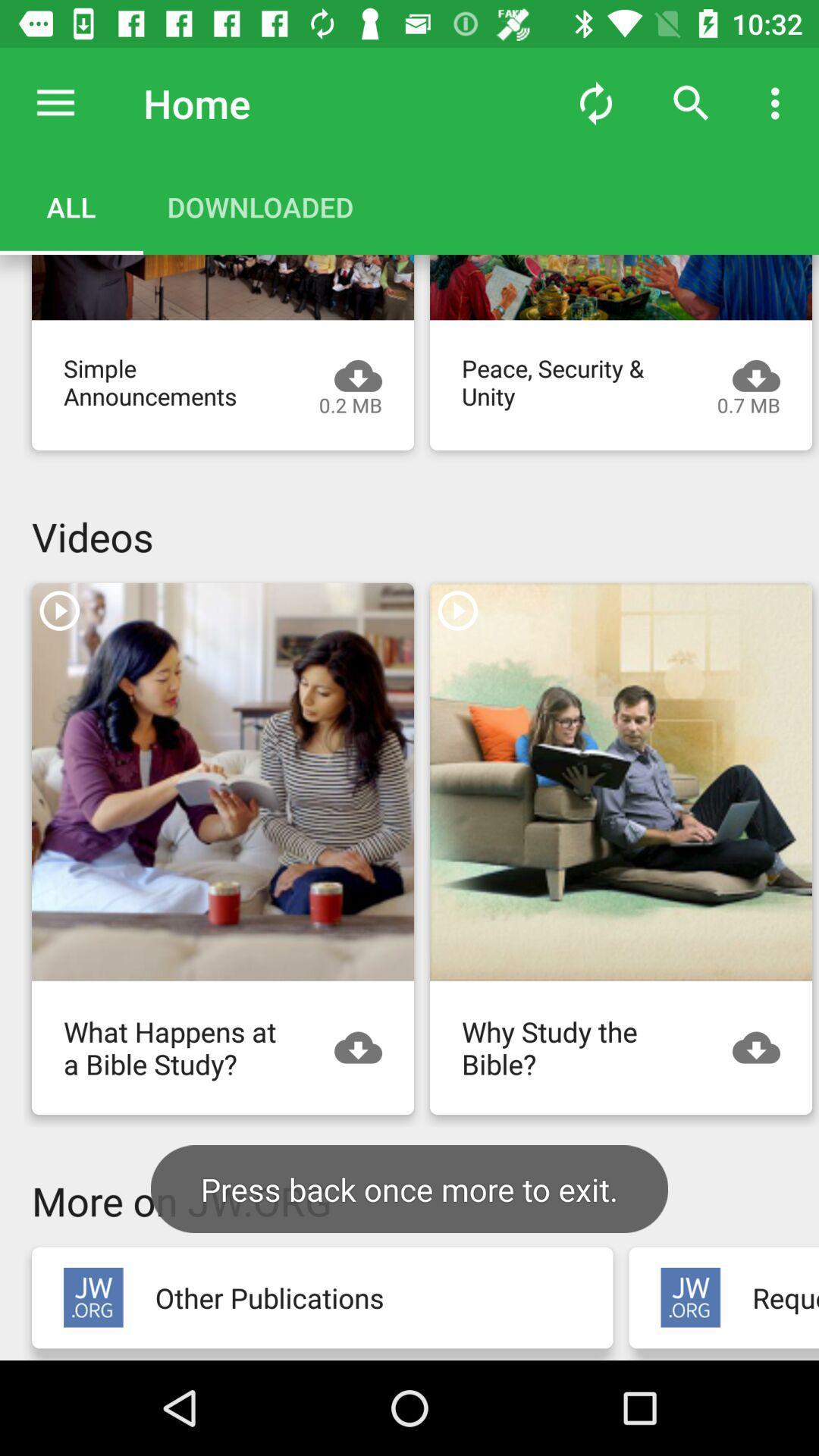 The height and width of the screenshot is (1456, 819). What do you see at coordinates (764, 1046) in the screenshot?
I see `download` at bounding box center [764, 1046].